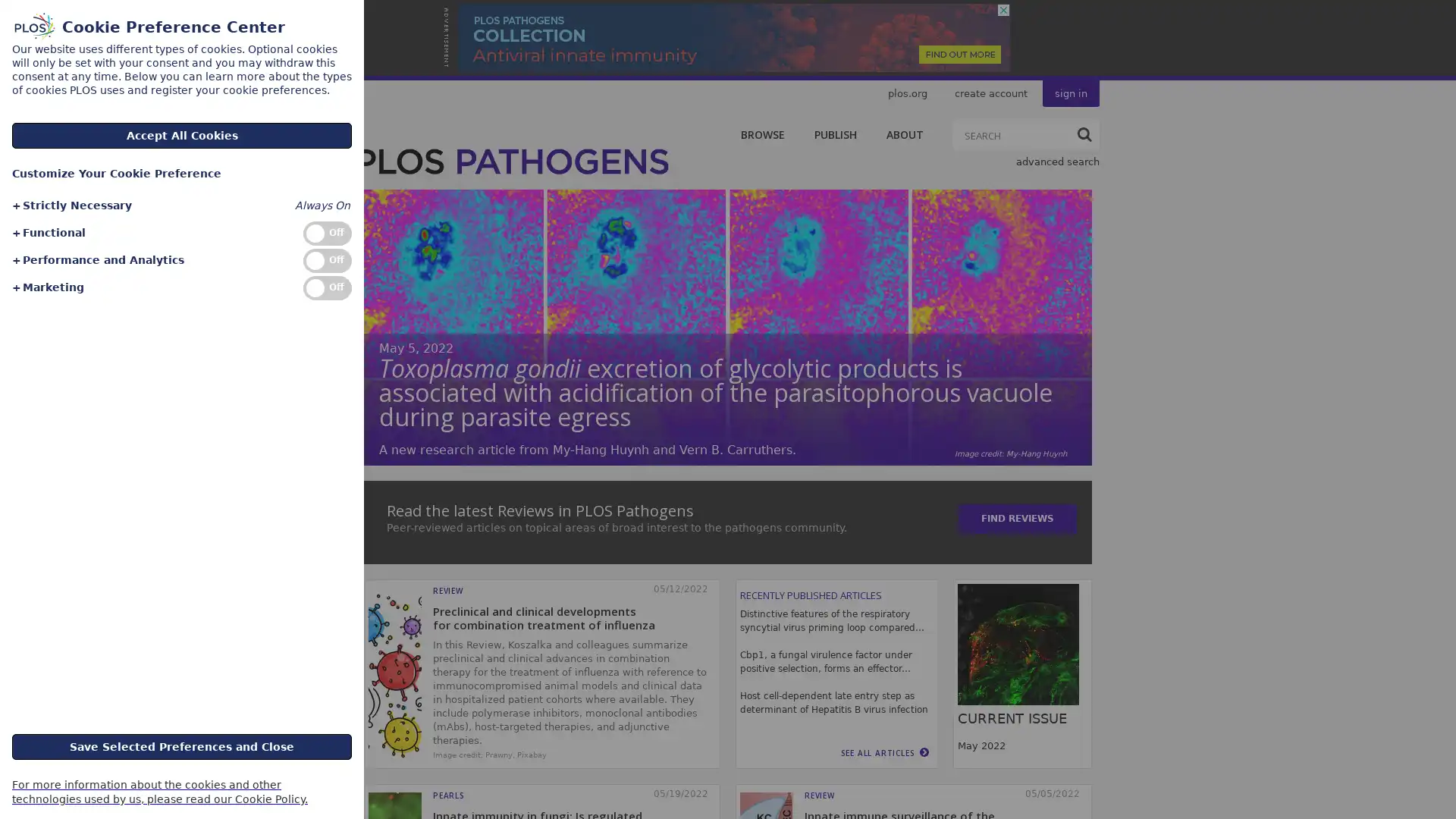 The height and width of the screenshot is (819, 1456). I want to click on Toggle explanation of Functional Cookies., so click(48, 233).